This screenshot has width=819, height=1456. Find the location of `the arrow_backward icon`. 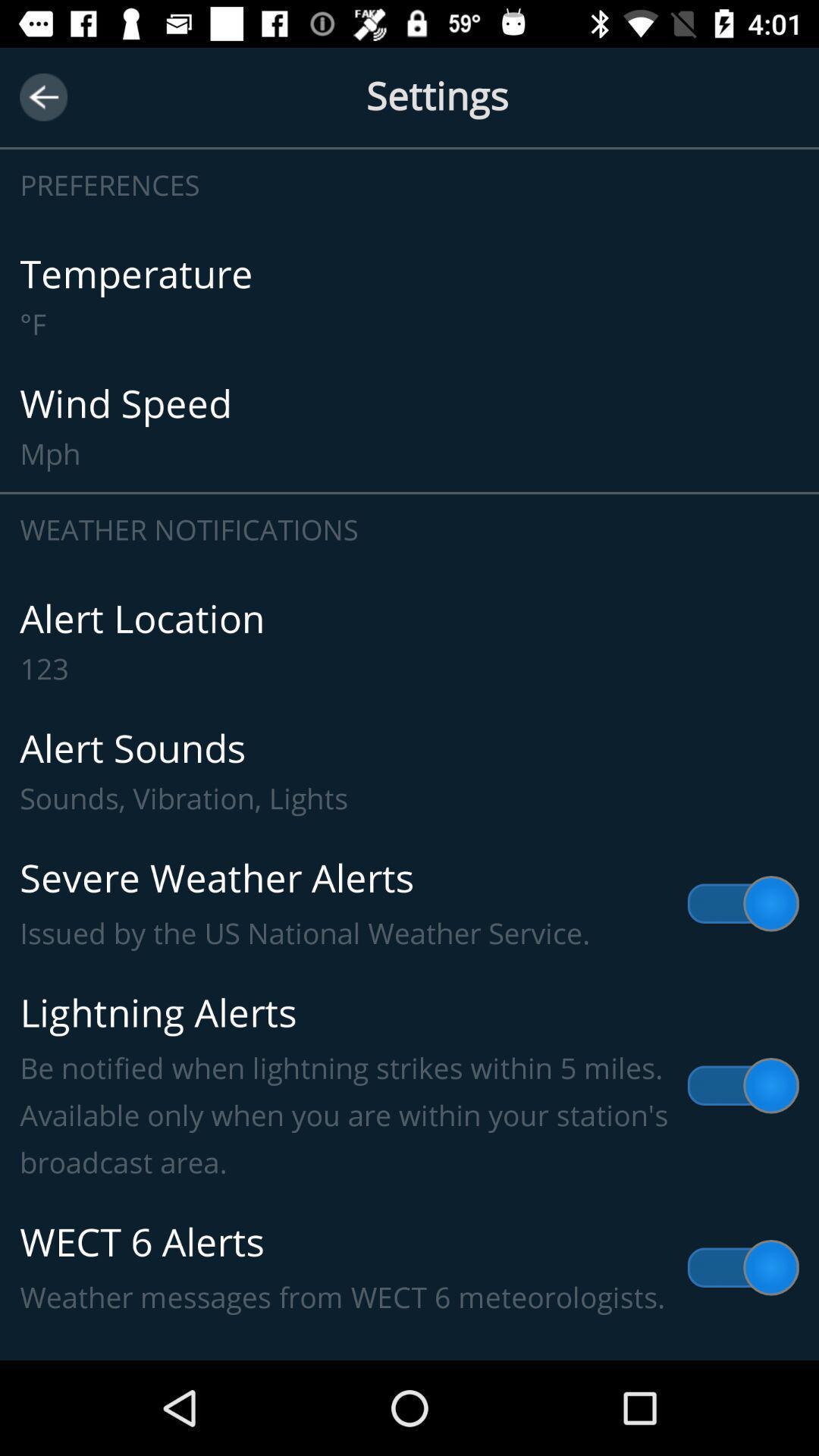

the arrow_backward icon is located at coordinates (42, 96).